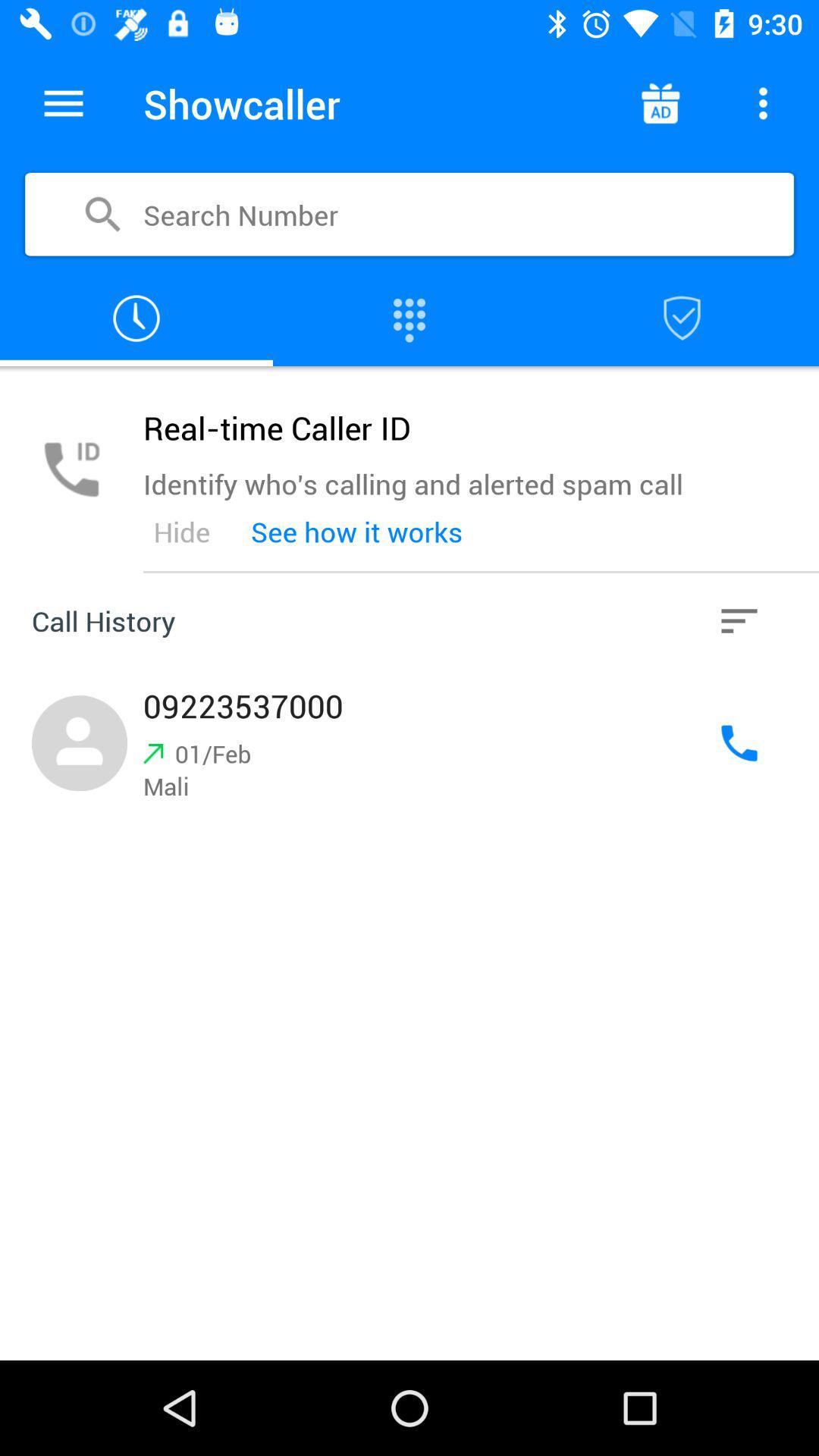  Describe the element at coordinates (409, 318) in the screenshot. I see `make phone call` at that location.